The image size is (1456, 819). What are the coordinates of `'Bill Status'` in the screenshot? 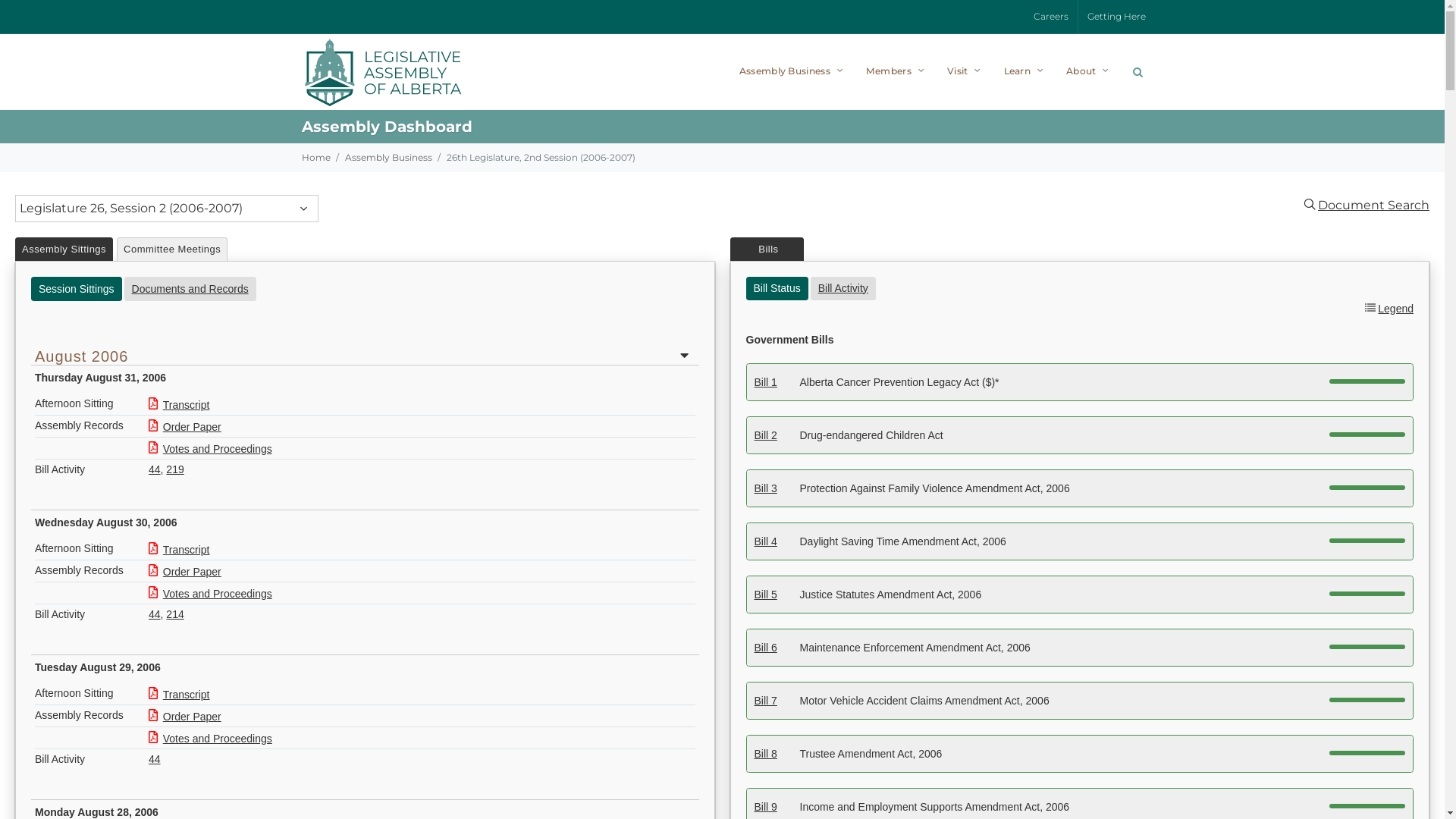 It's located at (777, 287).